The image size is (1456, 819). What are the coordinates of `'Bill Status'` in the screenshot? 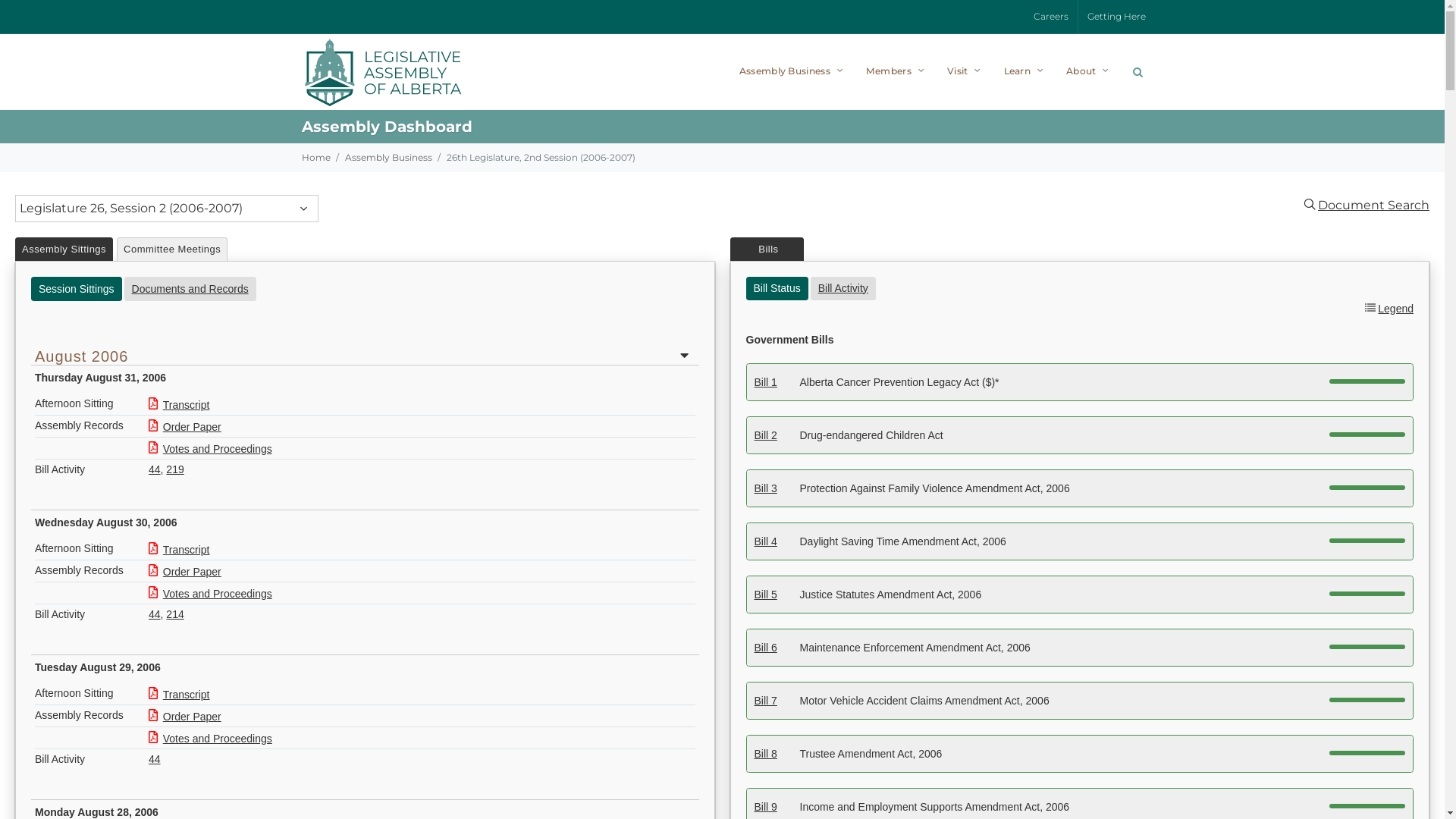 It's located at (777, 287).